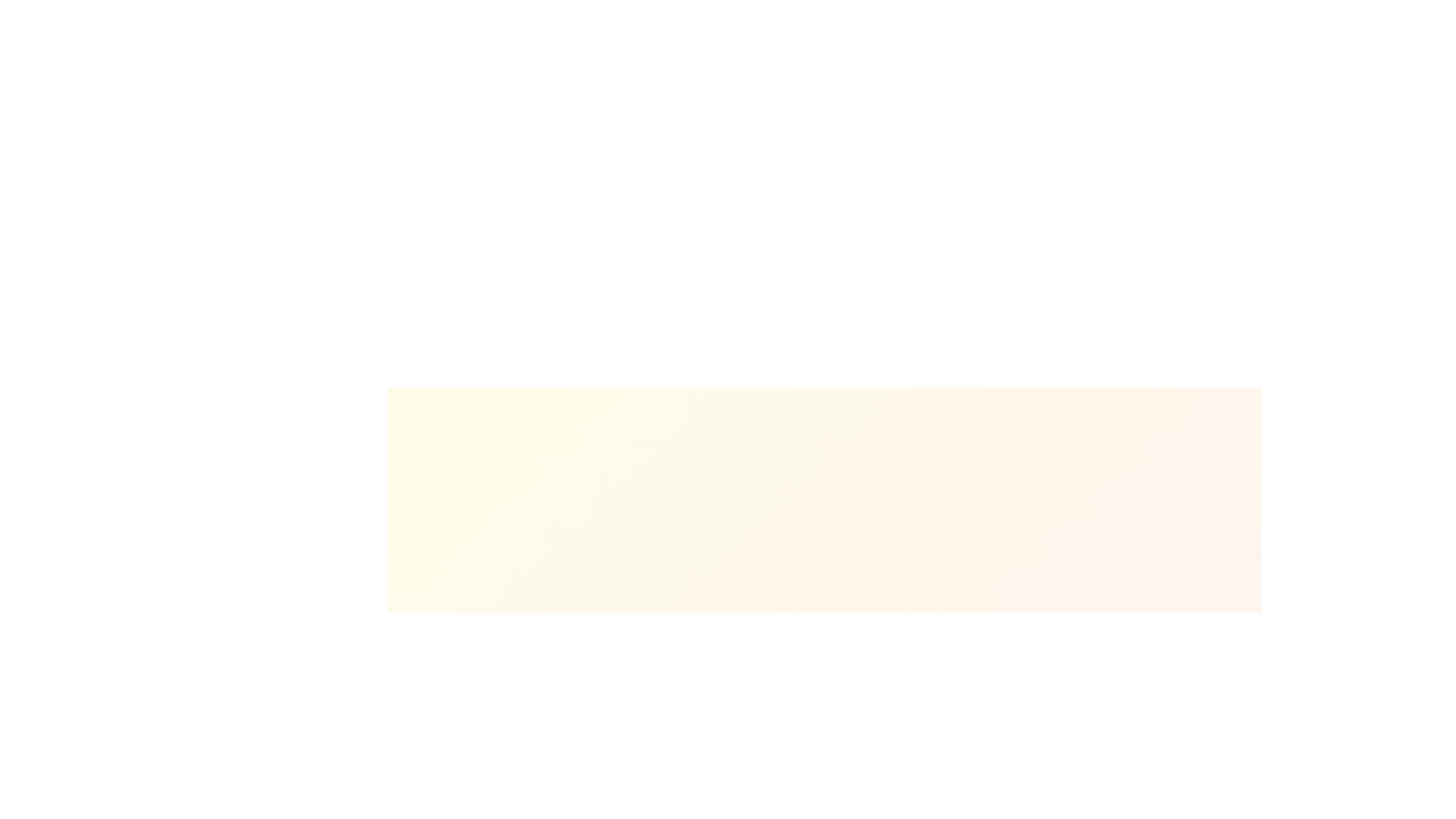 The height and width of the screenshot is (819, 1456). What do you see at coordinates (824, 784) in the screenshot?
I see `the progress status by focusing on the centrally positioned Information Display element that provides textual and numerical feedback about the uploading process, located above the progress bar` at bounding box center [824, 784].